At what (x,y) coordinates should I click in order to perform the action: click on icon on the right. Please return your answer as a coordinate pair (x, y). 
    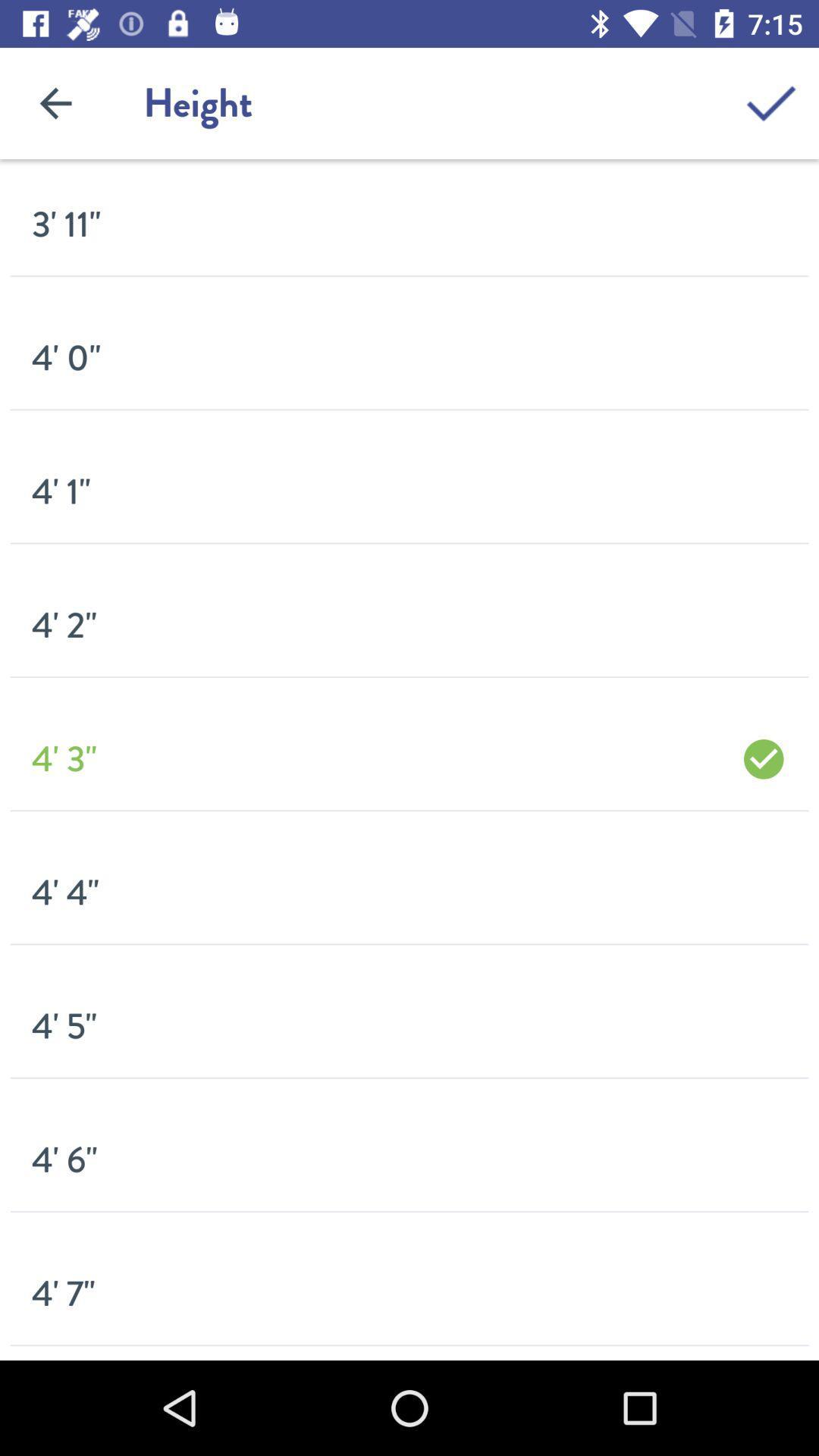
    Looking at the image, I should click on (764, 759).